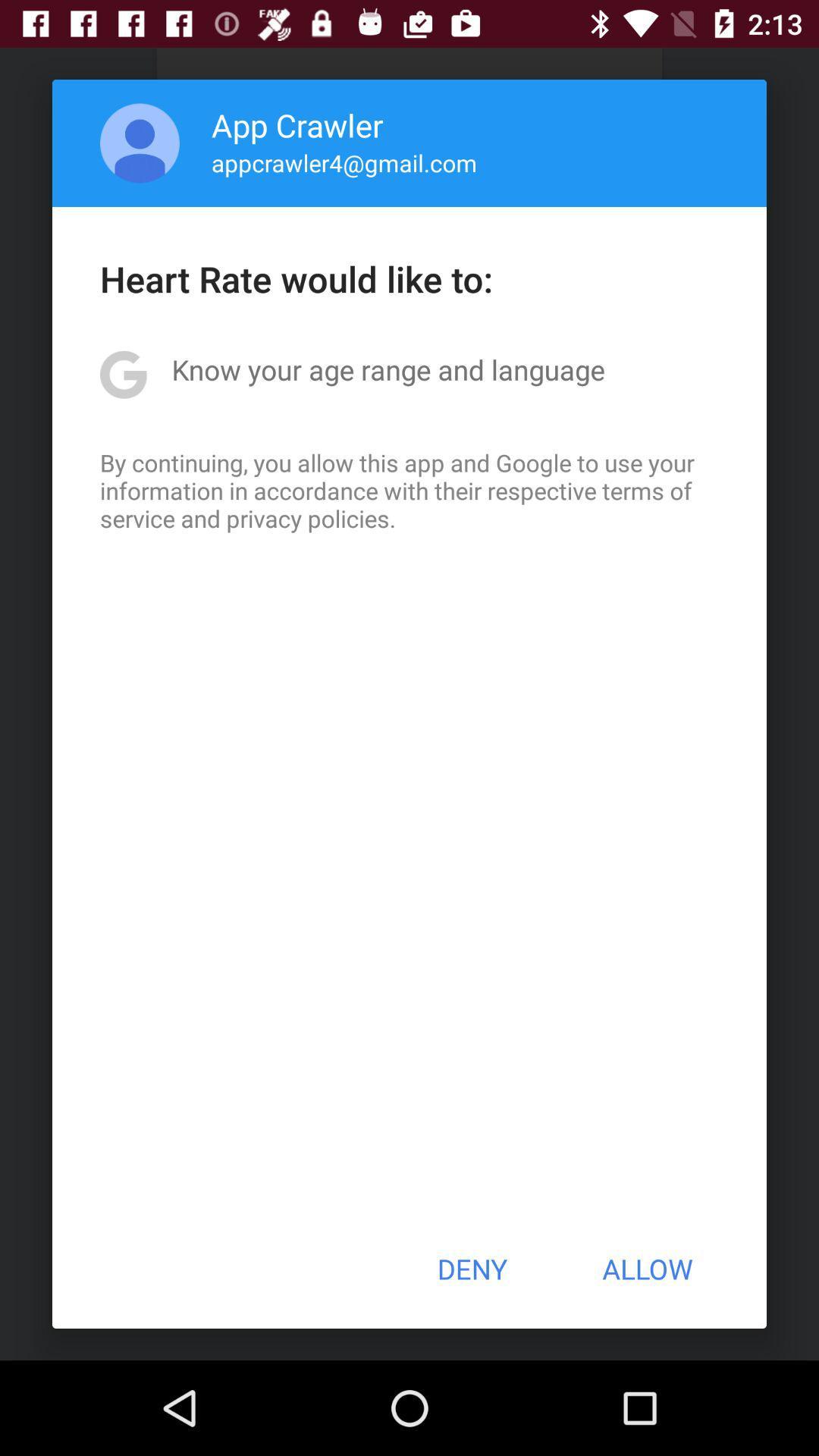  I want to click on app crawler item, so click(297, 124).